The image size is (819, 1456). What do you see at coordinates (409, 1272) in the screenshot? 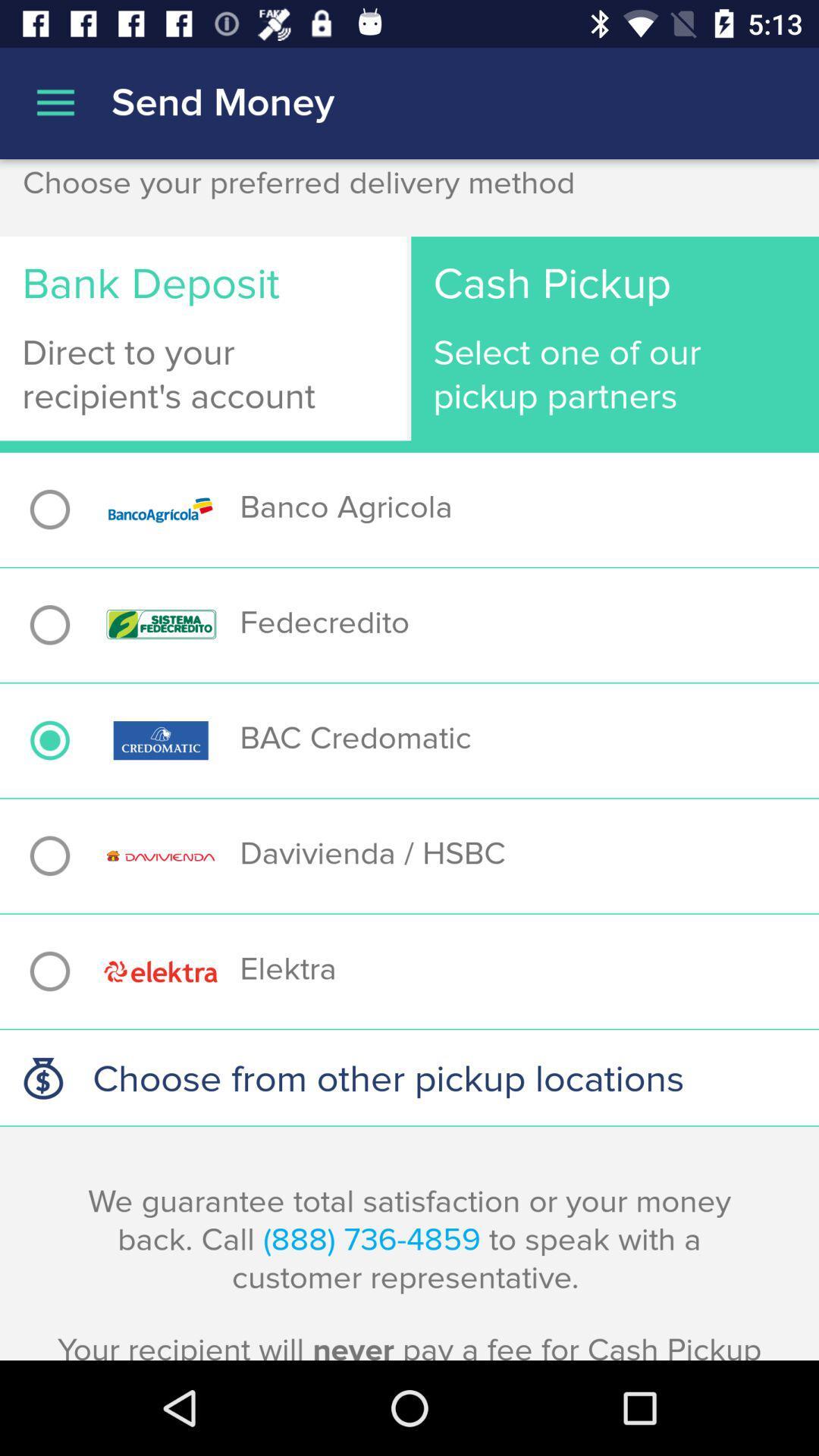
I see `the item below choose from other` at bounding box center [409, 1272].